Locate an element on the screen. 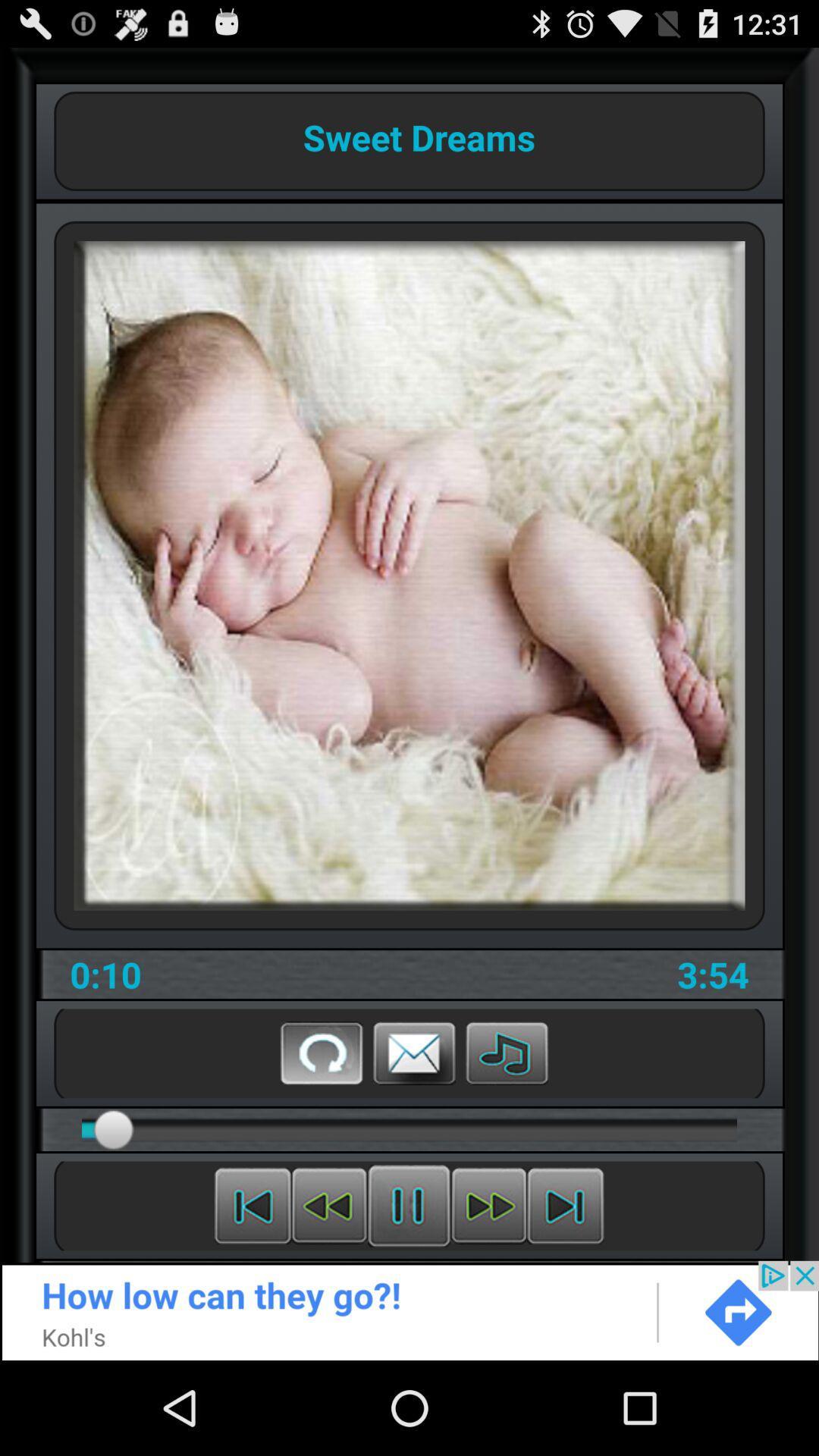 The height and width of the screenshot is (1456, 819). next song button is located at coordinates (565, 1205).